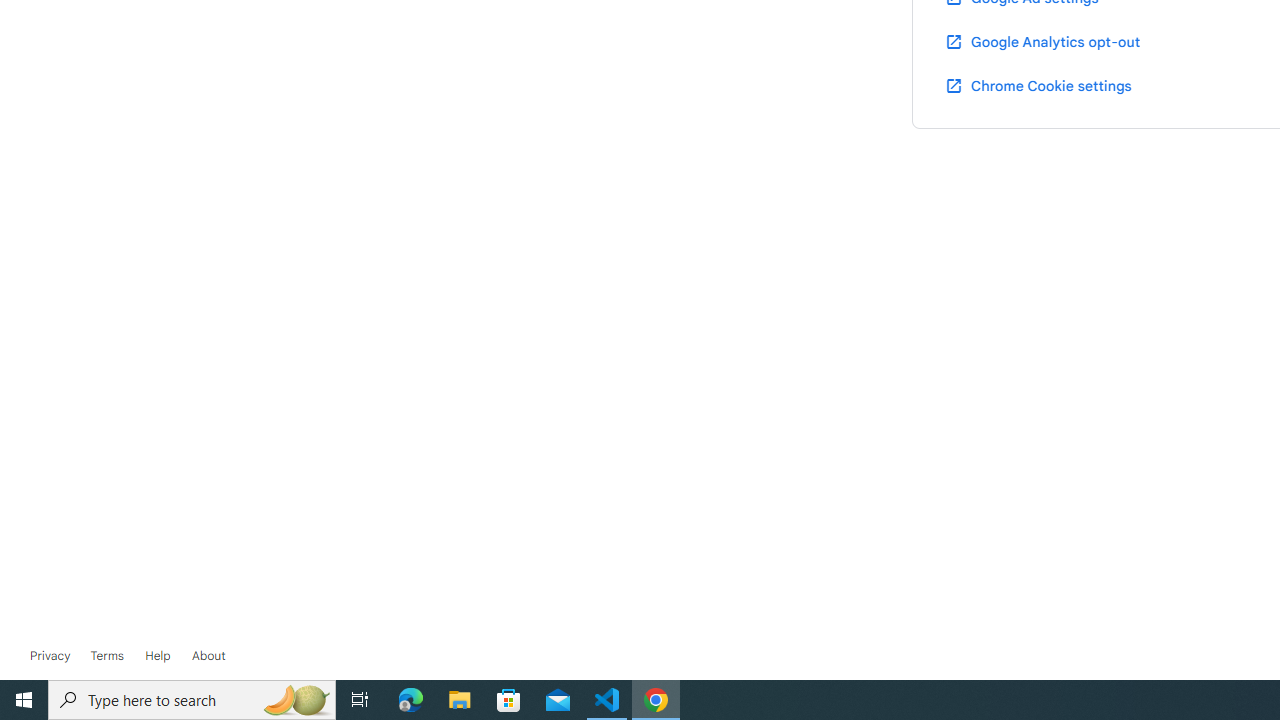 The width and height of the screenshot is (1280, 720). Describe the element at coordinates (105, 655) in the screenshot. I see `'Terms'` at that location.